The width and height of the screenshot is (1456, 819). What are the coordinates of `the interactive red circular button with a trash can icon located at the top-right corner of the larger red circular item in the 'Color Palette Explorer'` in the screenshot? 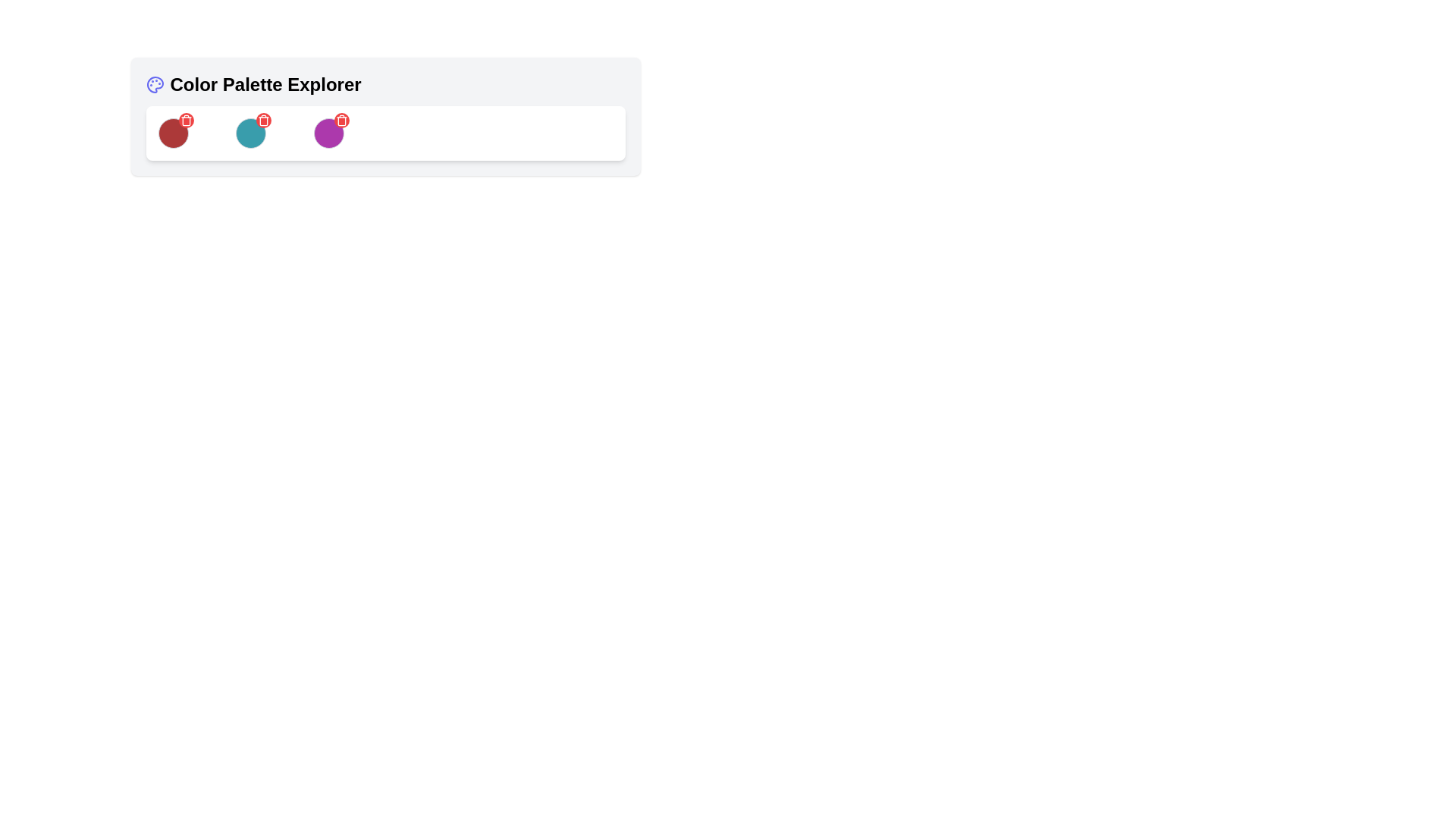 It's located at (185, 119).